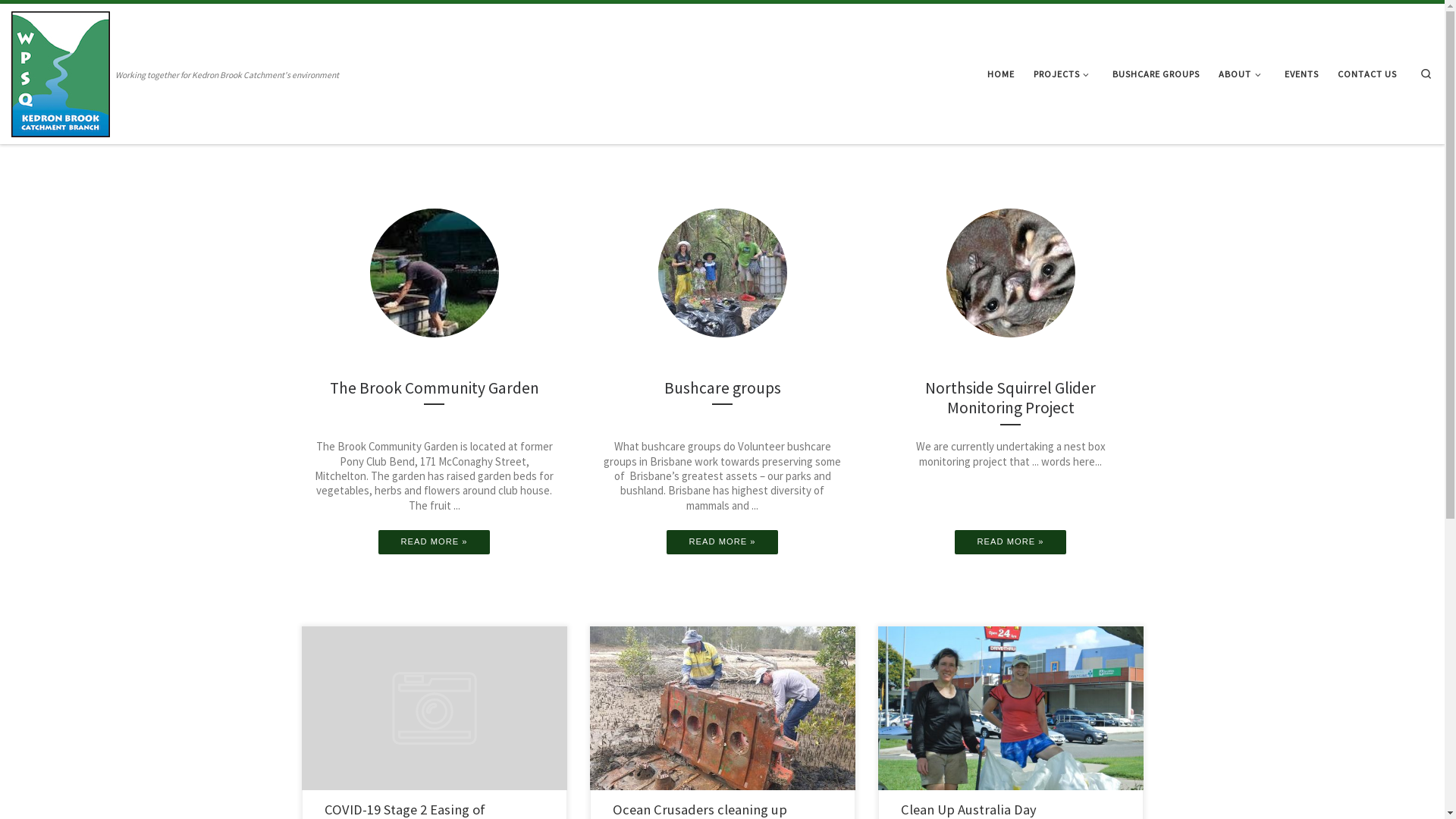  I want to click on 'CONTACT US', so click(1367, 74).